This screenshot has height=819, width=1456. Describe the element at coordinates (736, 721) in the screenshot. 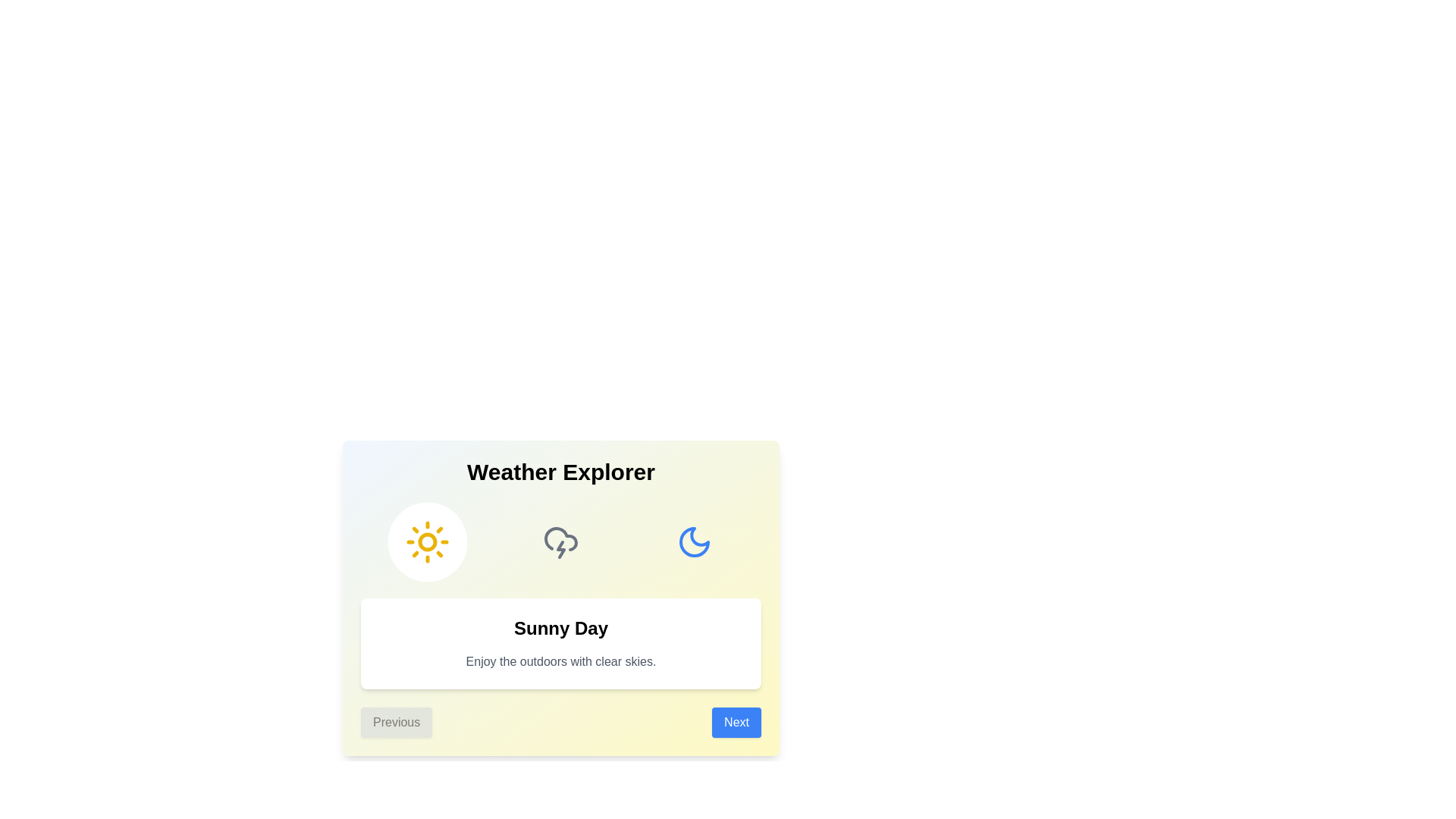

I see `the 'Next' button to navigate to the next weather state` at that location.